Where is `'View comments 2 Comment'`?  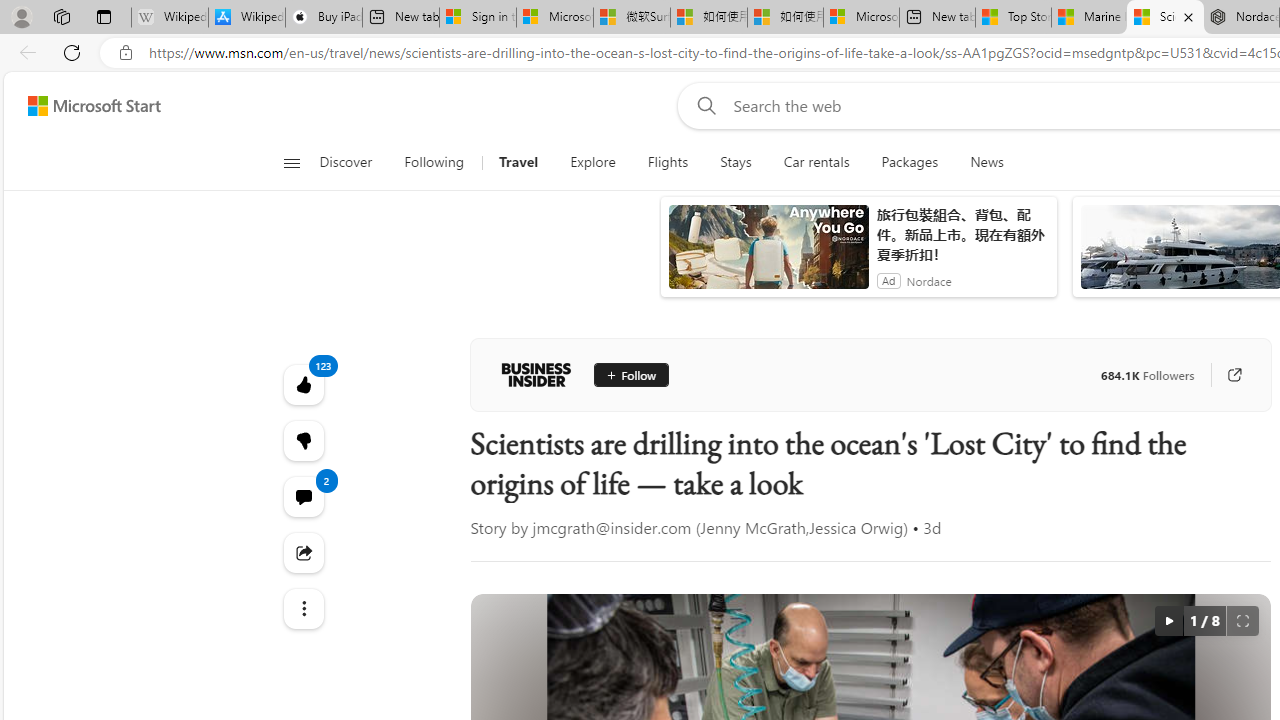
'View comments 2 Comment' is located at coordinates (302, 495).